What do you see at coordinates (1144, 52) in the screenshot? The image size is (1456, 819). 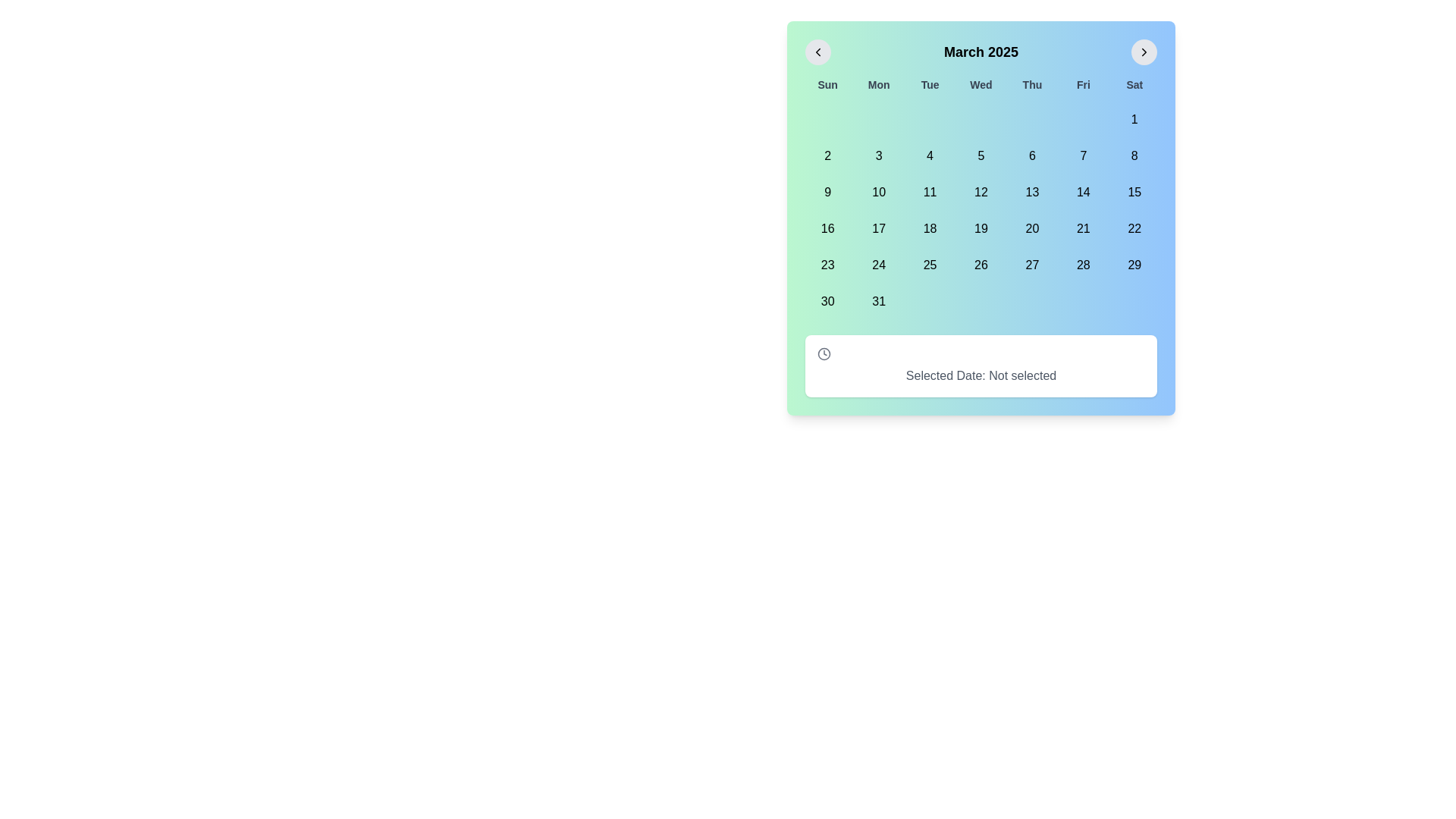 I see `the circular button with a light gray background and a right-facing chevron icon` at bounding box center [1144, 52].